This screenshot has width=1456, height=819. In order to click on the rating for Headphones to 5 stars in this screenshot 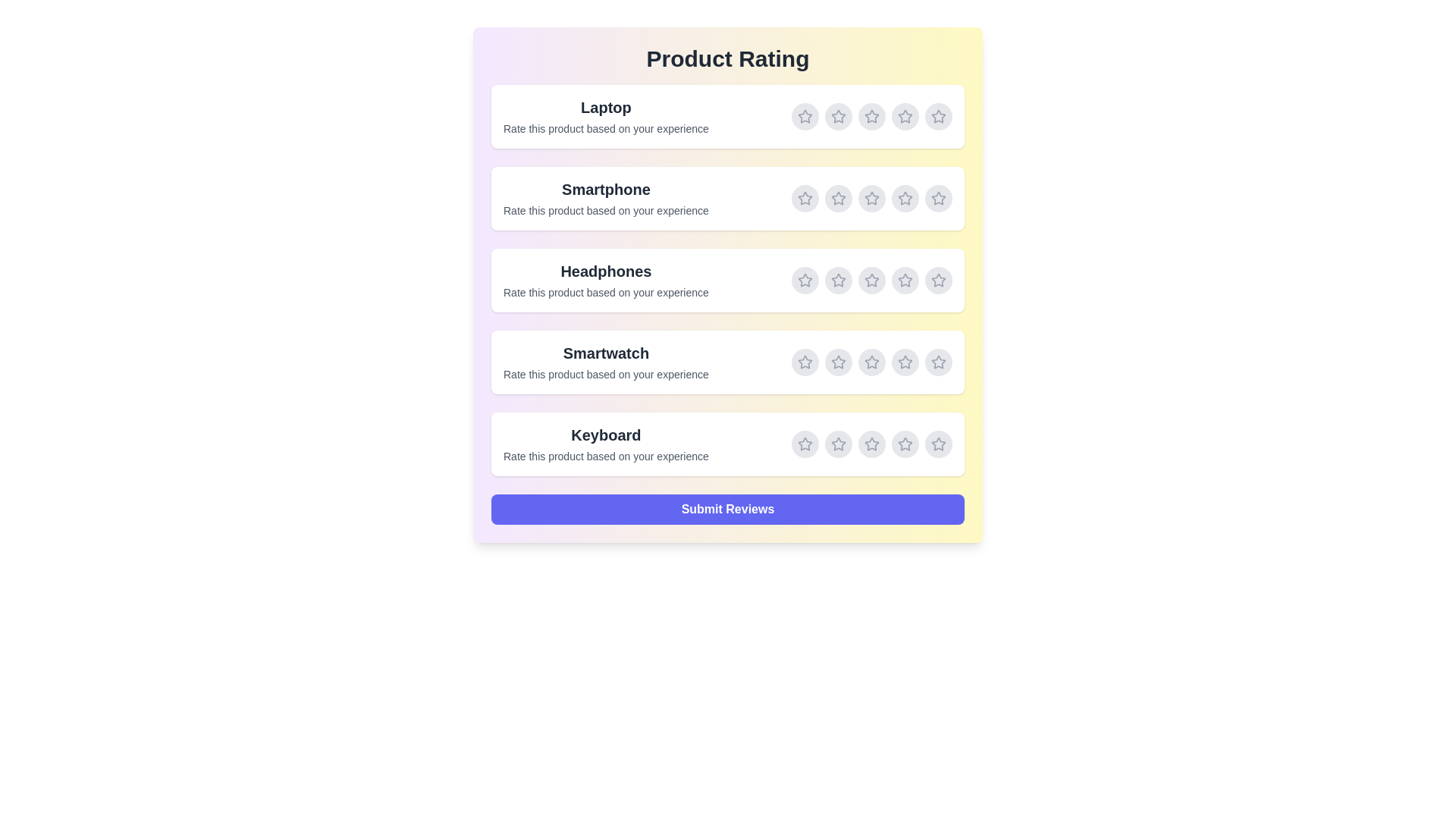, I will do `click(938, 281)`.